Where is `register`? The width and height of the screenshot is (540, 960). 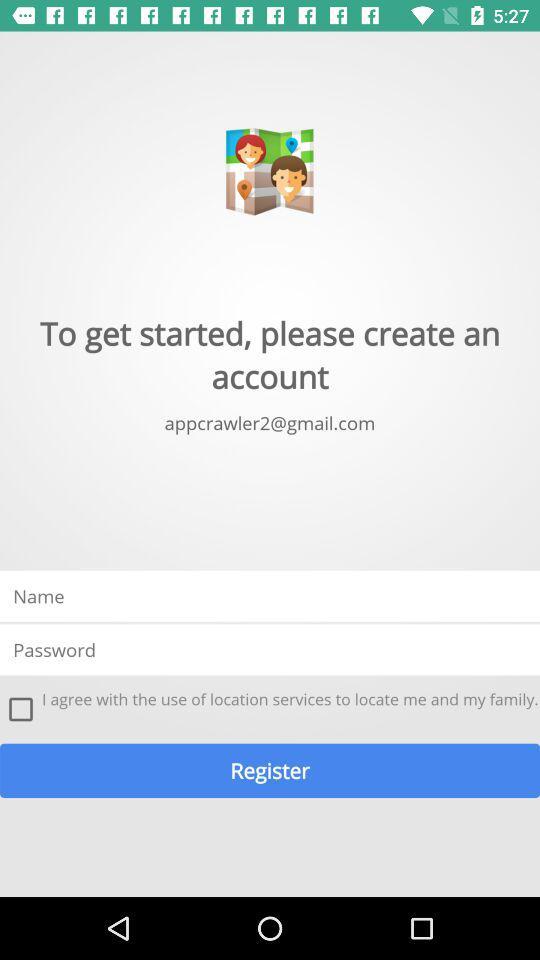 register is located at coordinates (270, 769).